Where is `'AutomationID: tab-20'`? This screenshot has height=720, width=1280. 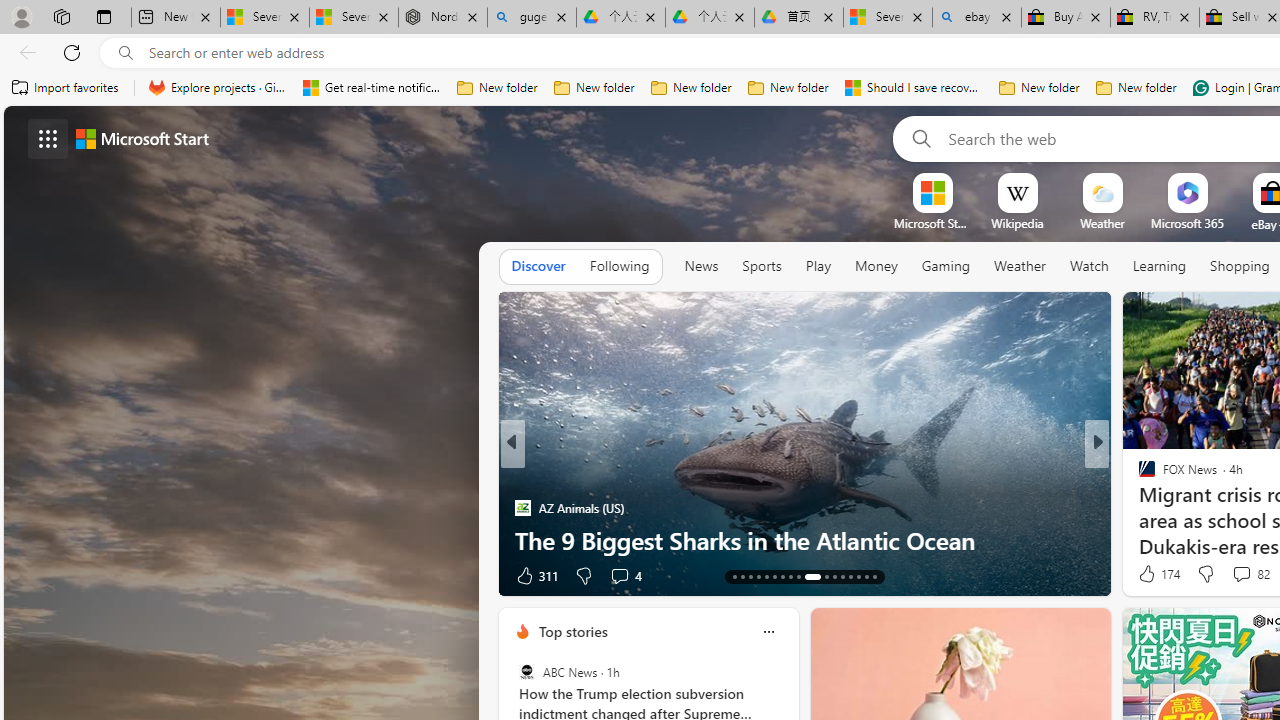
'AutomationID: tab-20' is located at coordinates (789, 577).